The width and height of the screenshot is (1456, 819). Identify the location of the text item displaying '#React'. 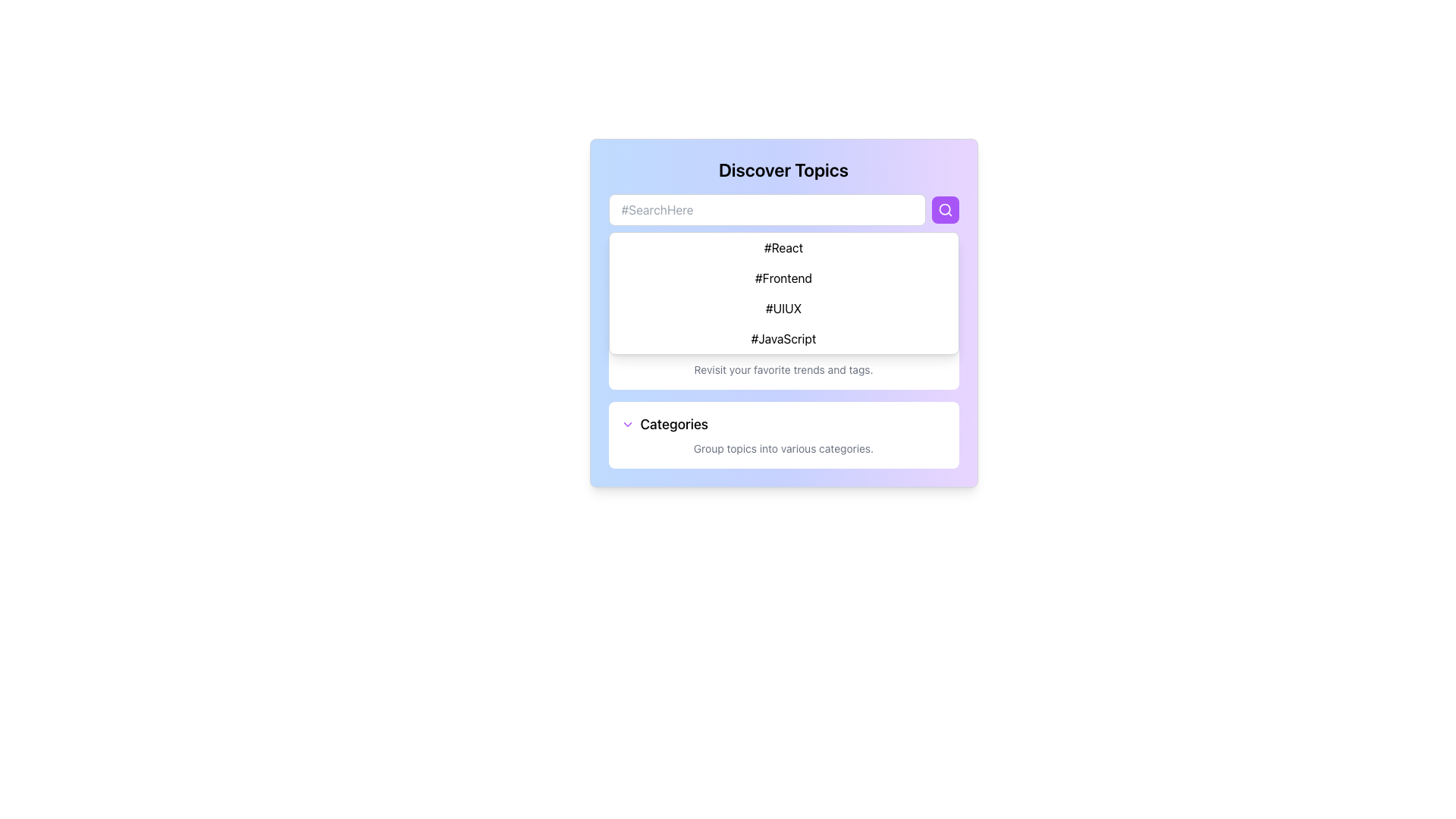
(783, 247).